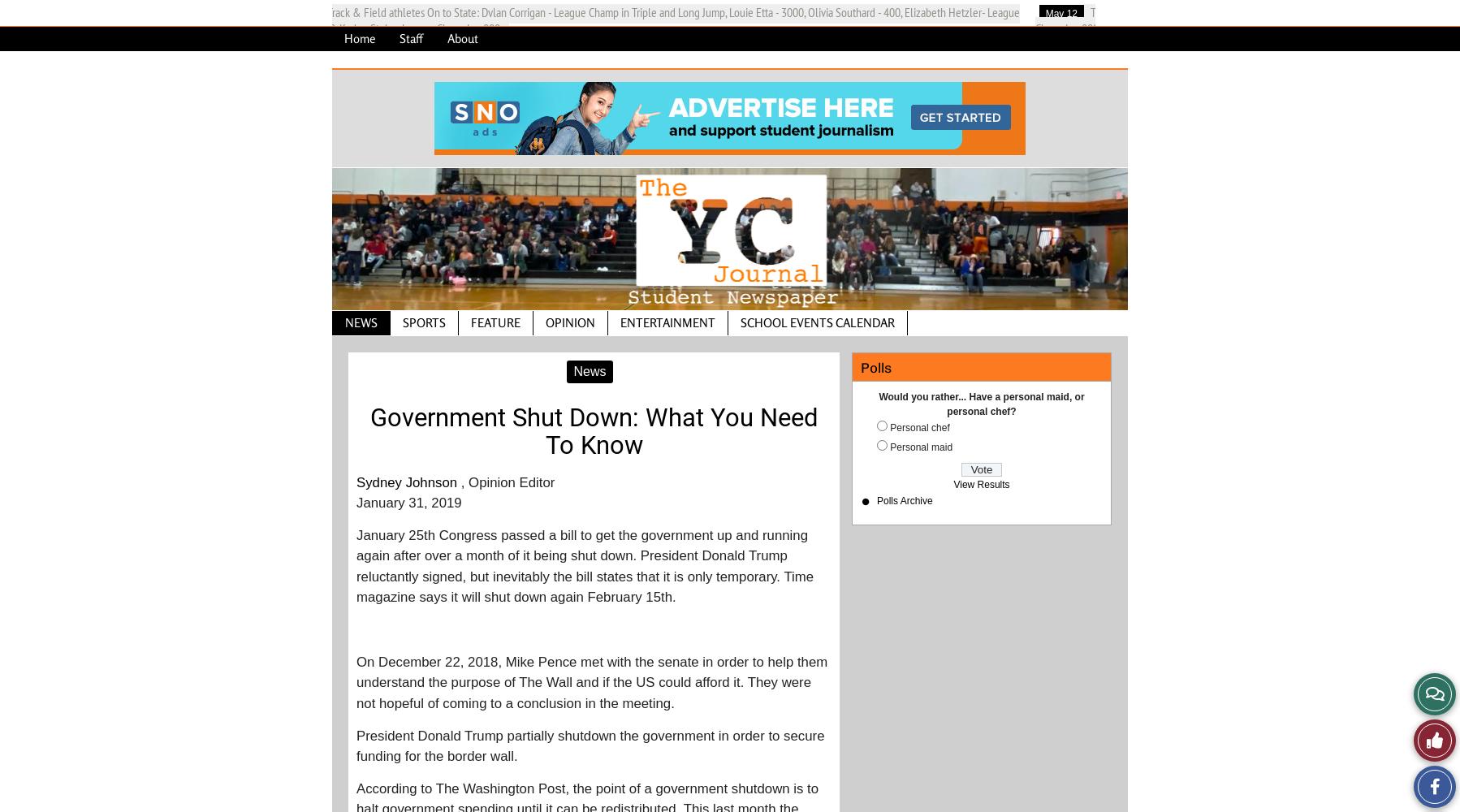 The width and height of the screenshot is (1460, 812). Describe the element at coordinates (980, 404) in the screenshot. I see `'Would you rather... Have a personal maid, or personal chef?'` at that location.